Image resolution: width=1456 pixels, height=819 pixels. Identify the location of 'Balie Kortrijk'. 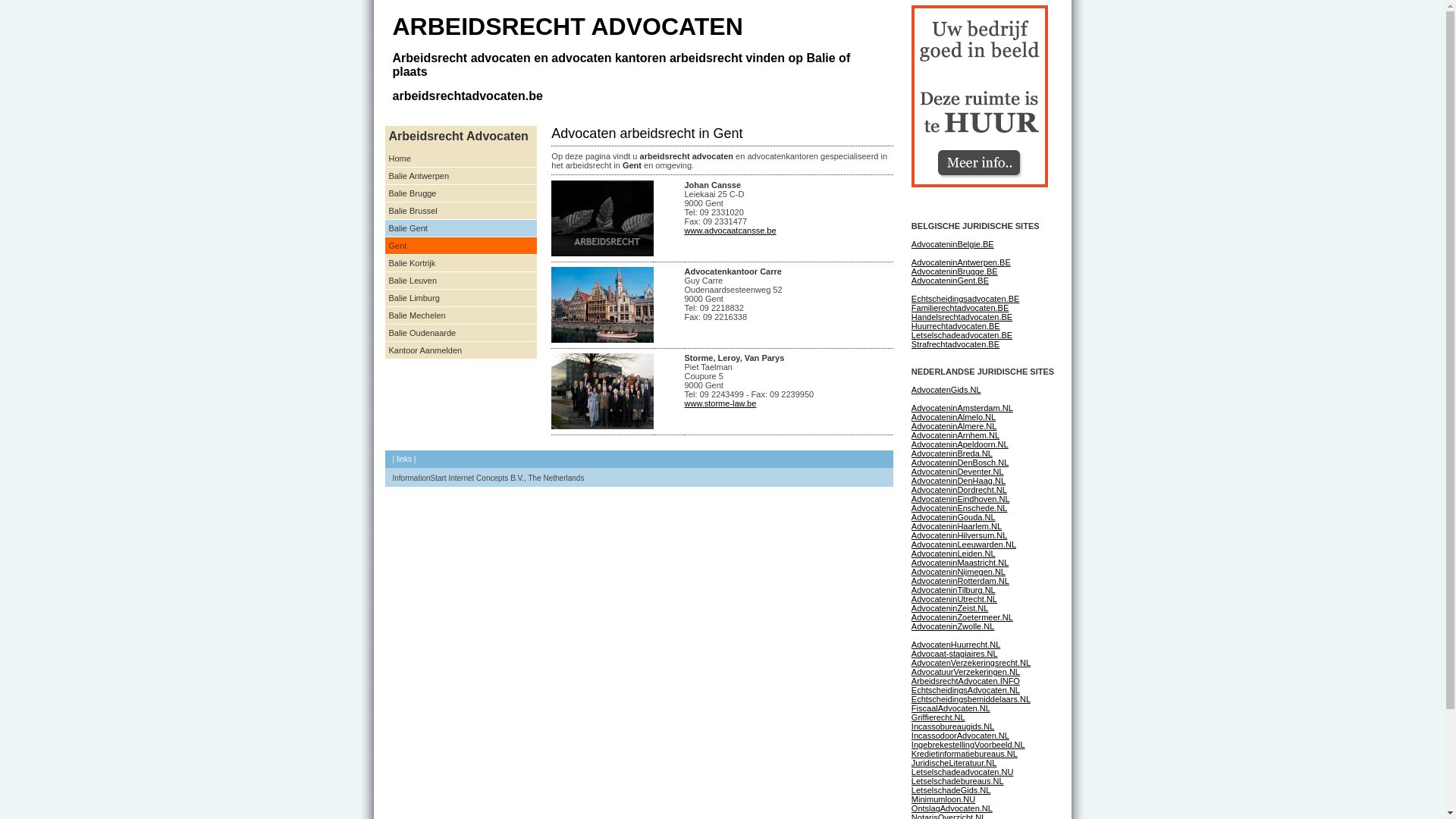
(385, 262).